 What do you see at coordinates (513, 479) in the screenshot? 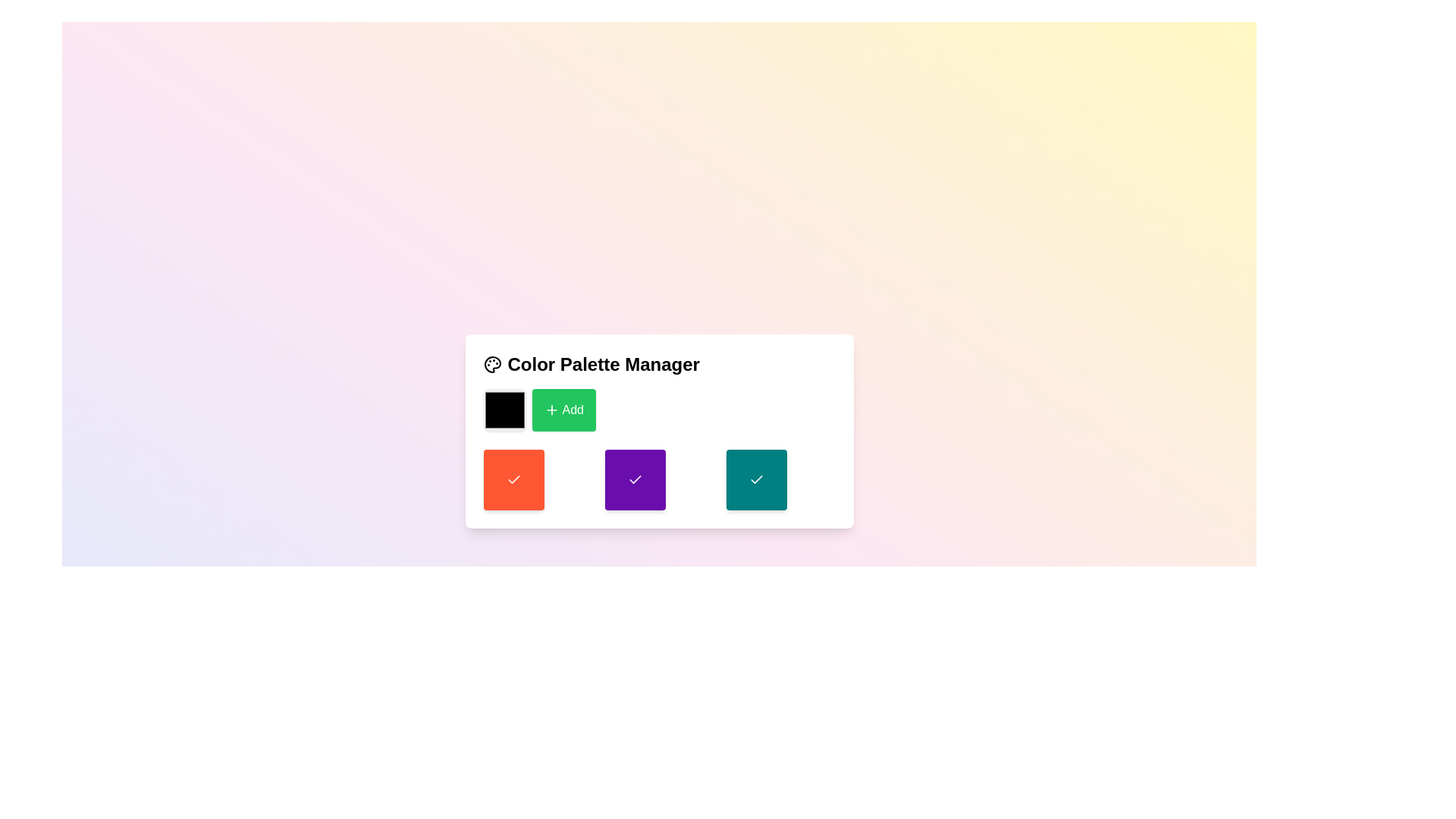
I see `the first selectable color box with a rounded corner design and orange-red background, which contains a white checkmark icon` at bounding box center [513, 479].